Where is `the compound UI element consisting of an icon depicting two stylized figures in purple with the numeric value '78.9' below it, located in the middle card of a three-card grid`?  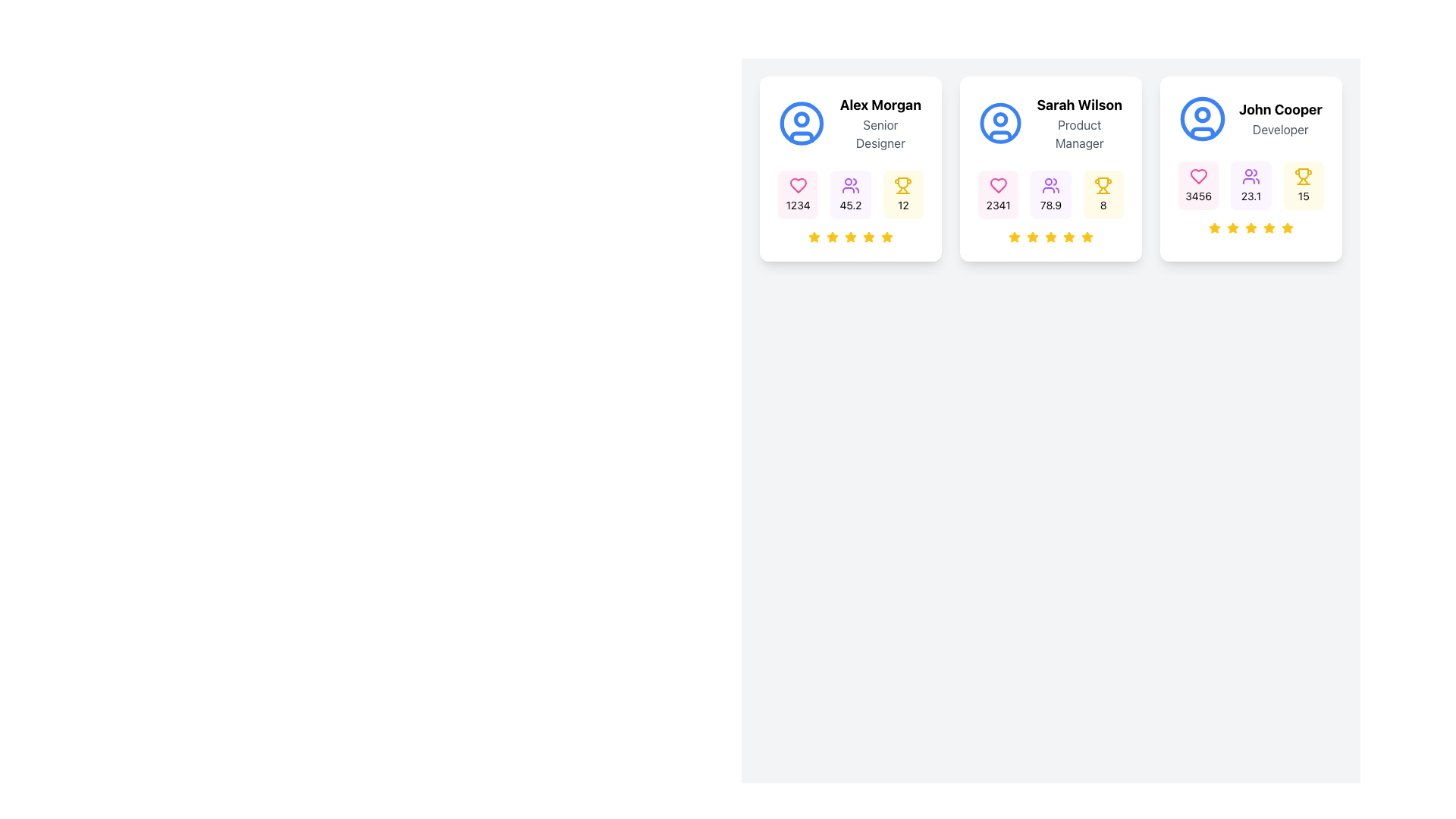
the compound UI element consisting of an icon depicting two stylized figures in purple with the numeric value '78.9' below it, located in the middle card of a three-card grid is located at coordinates (1050, 194).